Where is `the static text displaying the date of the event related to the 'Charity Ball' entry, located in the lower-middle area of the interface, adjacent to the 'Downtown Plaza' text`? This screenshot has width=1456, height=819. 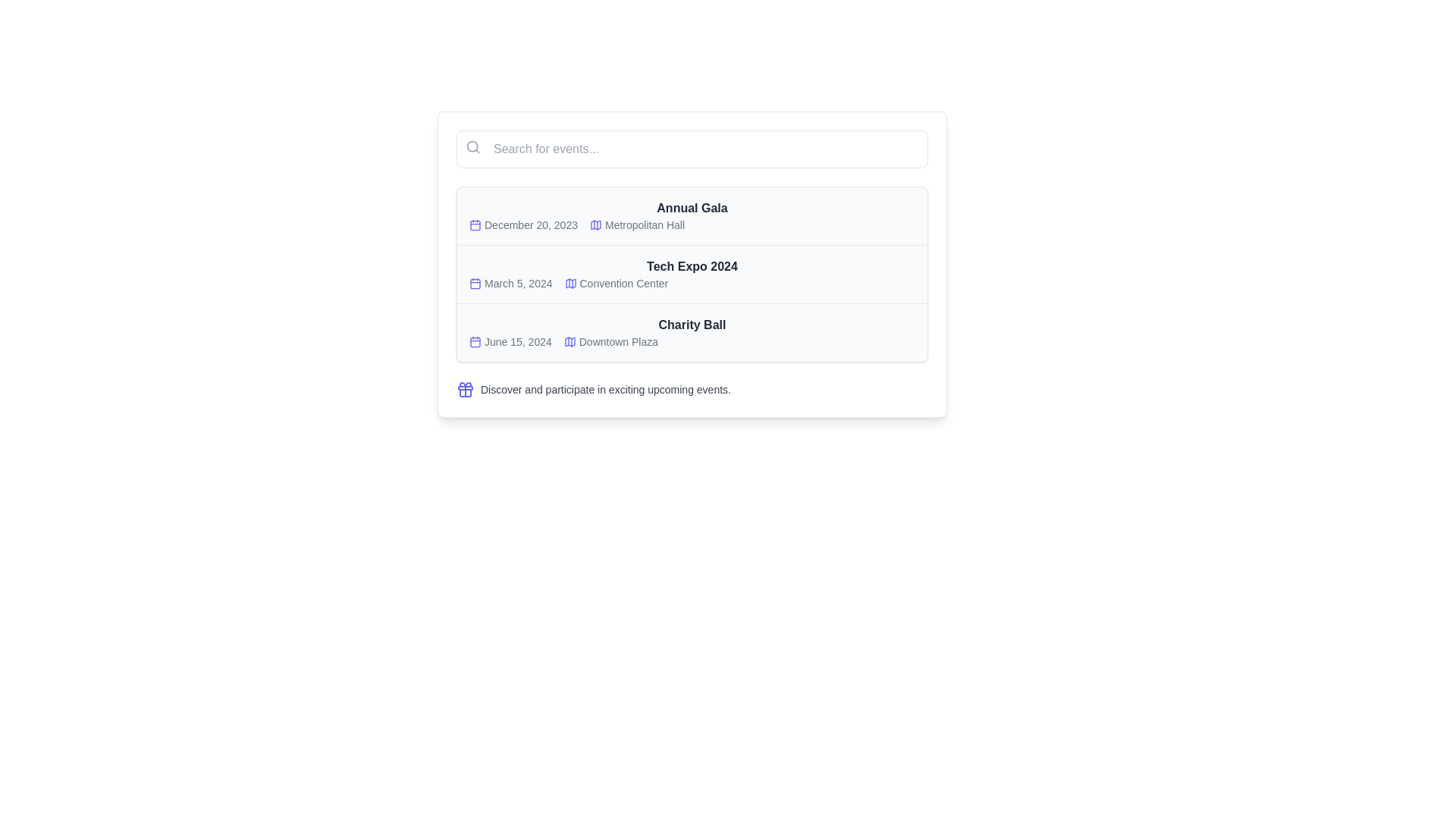 the static text displaying the date of the event related to the 'Charity Ball' entry, located in the lower-middle area of the interface, adjacent to the 'Downtown Plaza' text is located at coordinates (510, 342).